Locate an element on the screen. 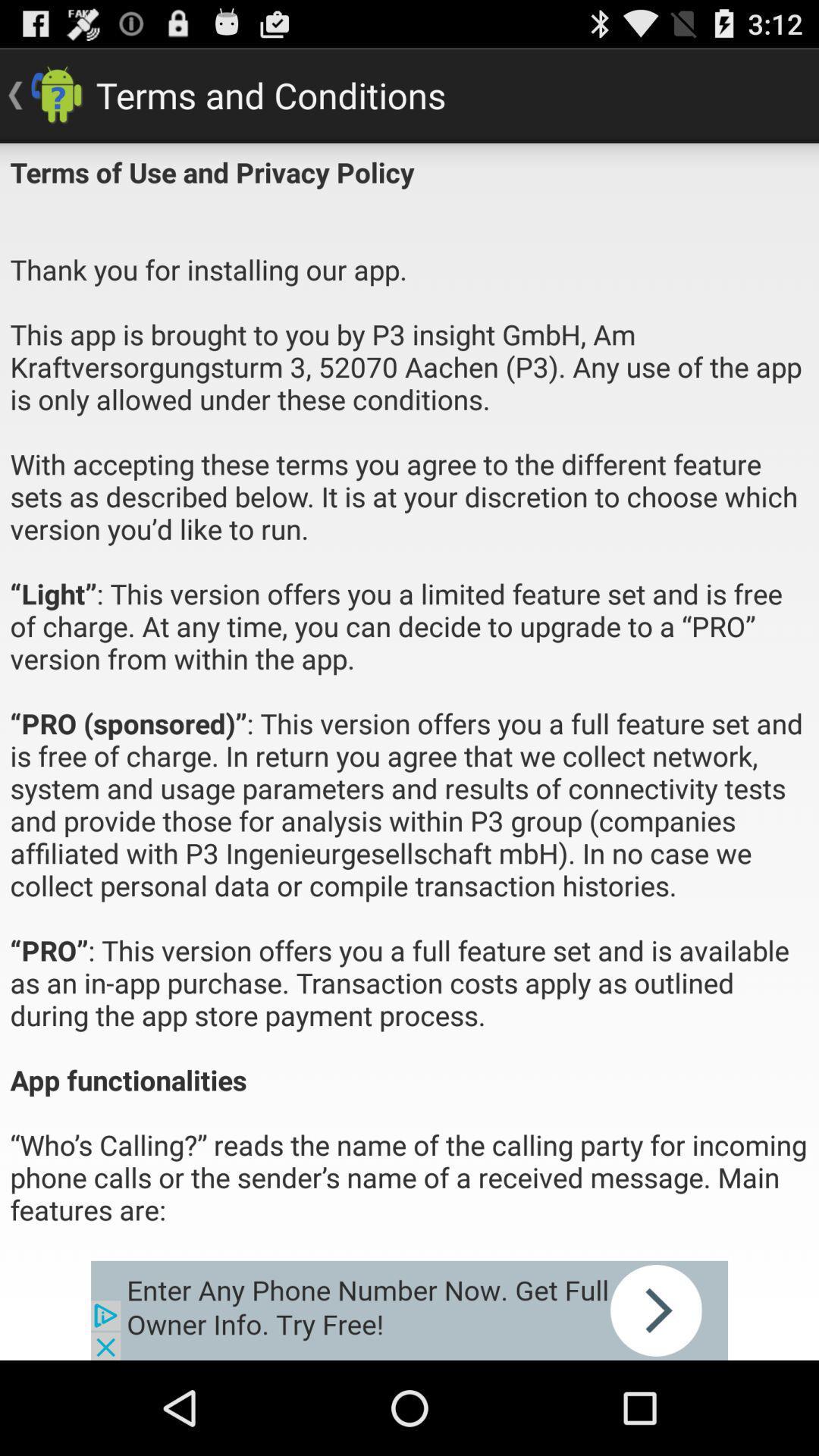 This screenshot has width=819, height=1456. advertisement link is located at coordinates (409, 1310).